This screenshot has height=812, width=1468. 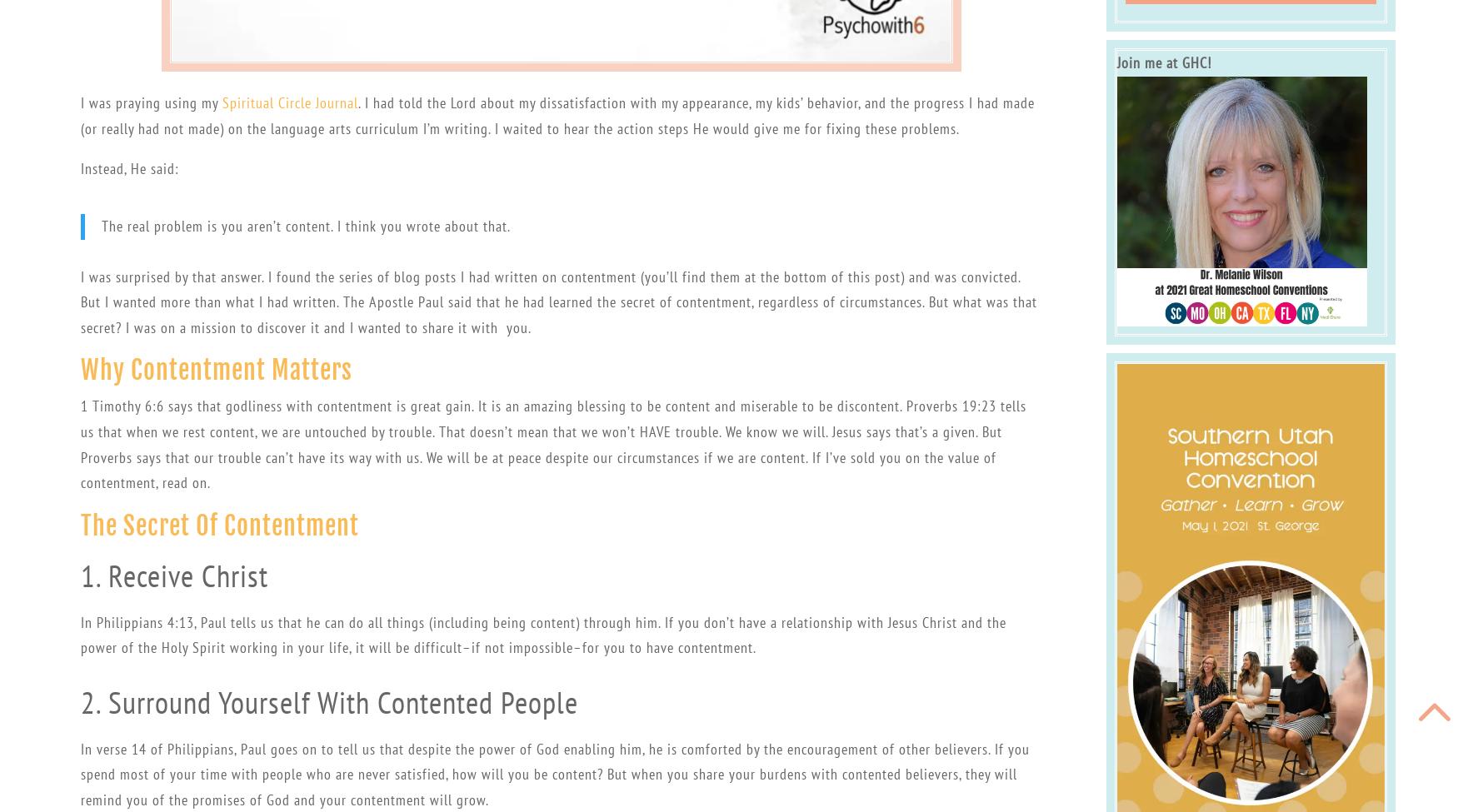 I want to click on 'Instead, He said:', so click(x=129, y=168).